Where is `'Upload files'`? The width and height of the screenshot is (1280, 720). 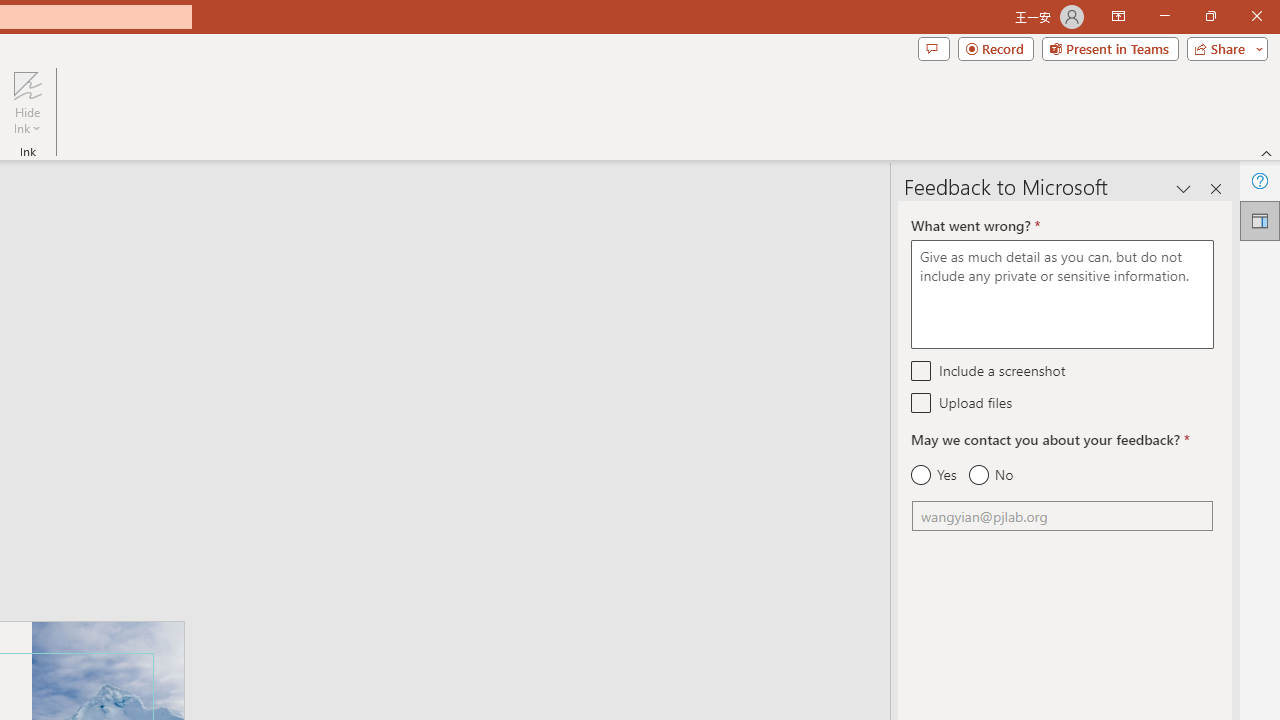
'Upload files' is located at coordinates (920, 402).